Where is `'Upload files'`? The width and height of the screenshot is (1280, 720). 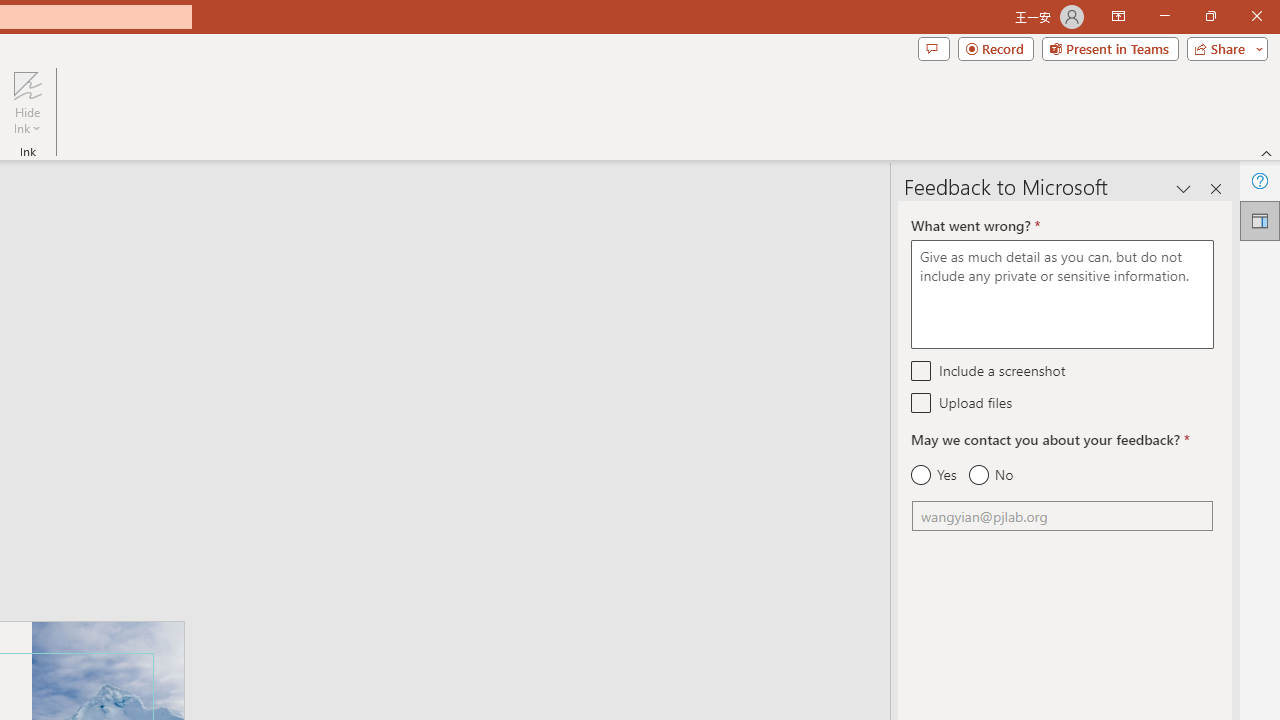
'Upload files' is located at coordinates (920, 402).